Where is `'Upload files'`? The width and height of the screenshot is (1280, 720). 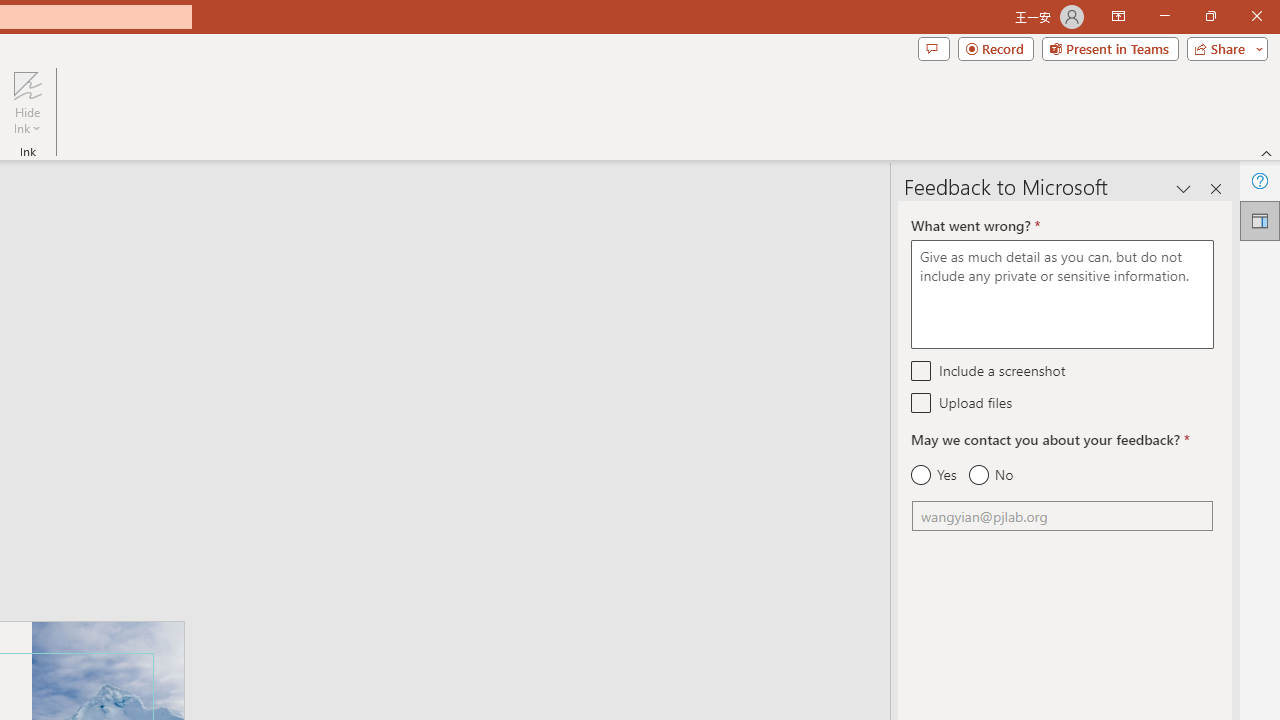
'Upload files' is located at coordinates (920, 402).